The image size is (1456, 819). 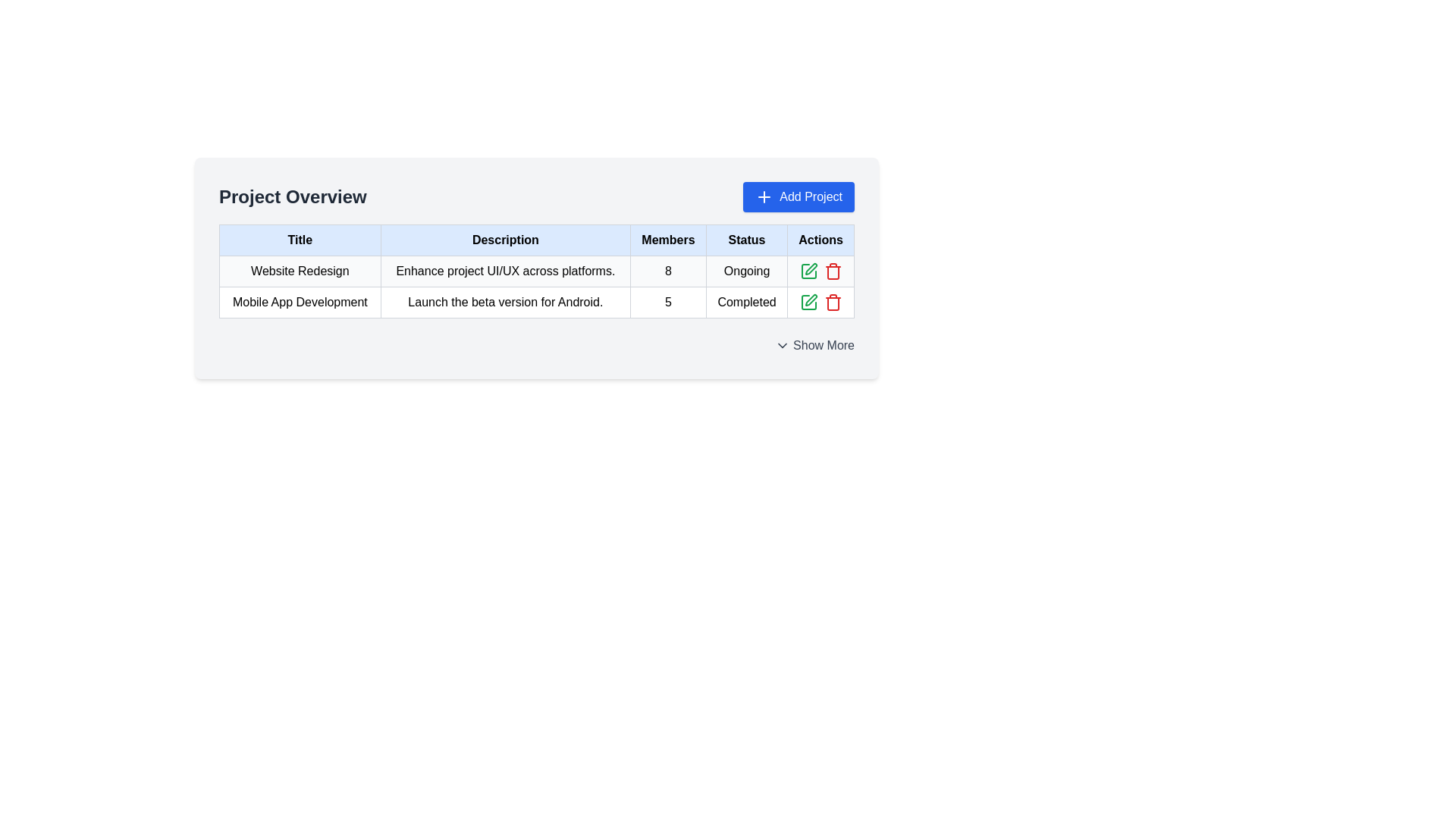 I want to click on the Table Header Cell labeled 'Description' which is styled with a blue background and centrally aligned in the header row of the table, so click(x=537, y=239).